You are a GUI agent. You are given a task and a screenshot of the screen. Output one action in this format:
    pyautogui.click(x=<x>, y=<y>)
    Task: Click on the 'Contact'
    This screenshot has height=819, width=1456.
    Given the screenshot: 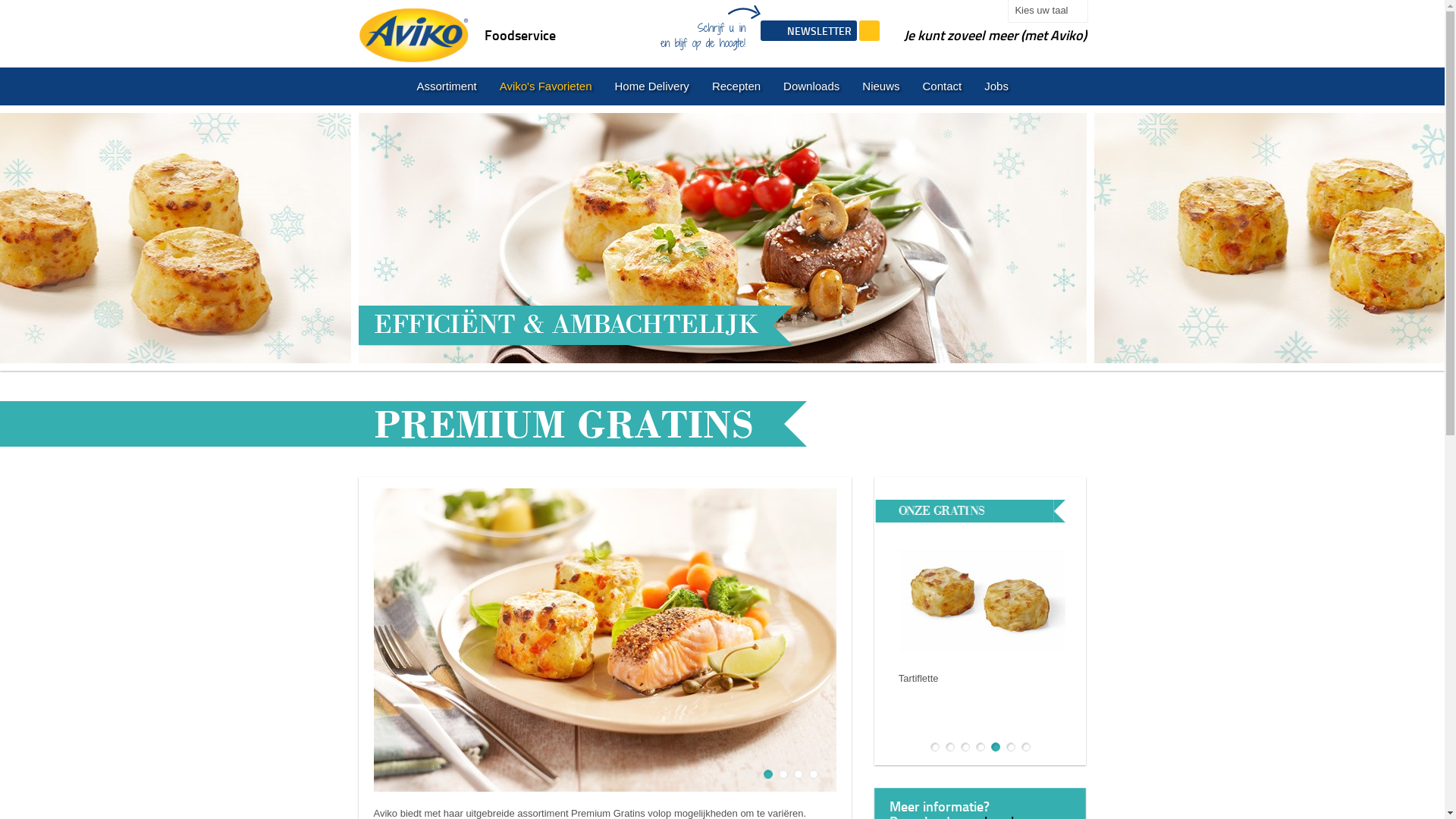 What is the action you would take?
    pyautogui.click(x=942, y=86)
    